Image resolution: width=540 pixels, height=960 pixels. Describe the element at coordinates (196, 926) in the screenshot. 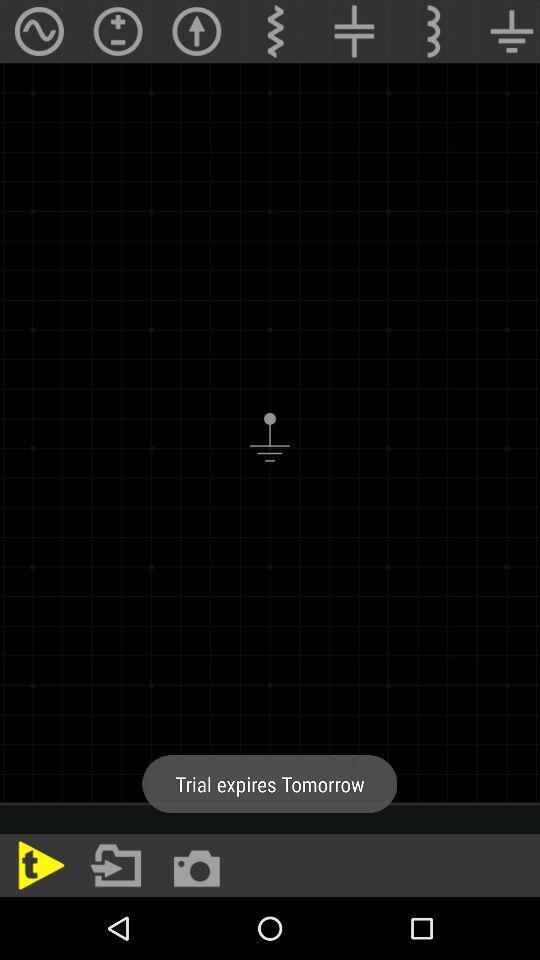

I see `the photo icon` at that location.